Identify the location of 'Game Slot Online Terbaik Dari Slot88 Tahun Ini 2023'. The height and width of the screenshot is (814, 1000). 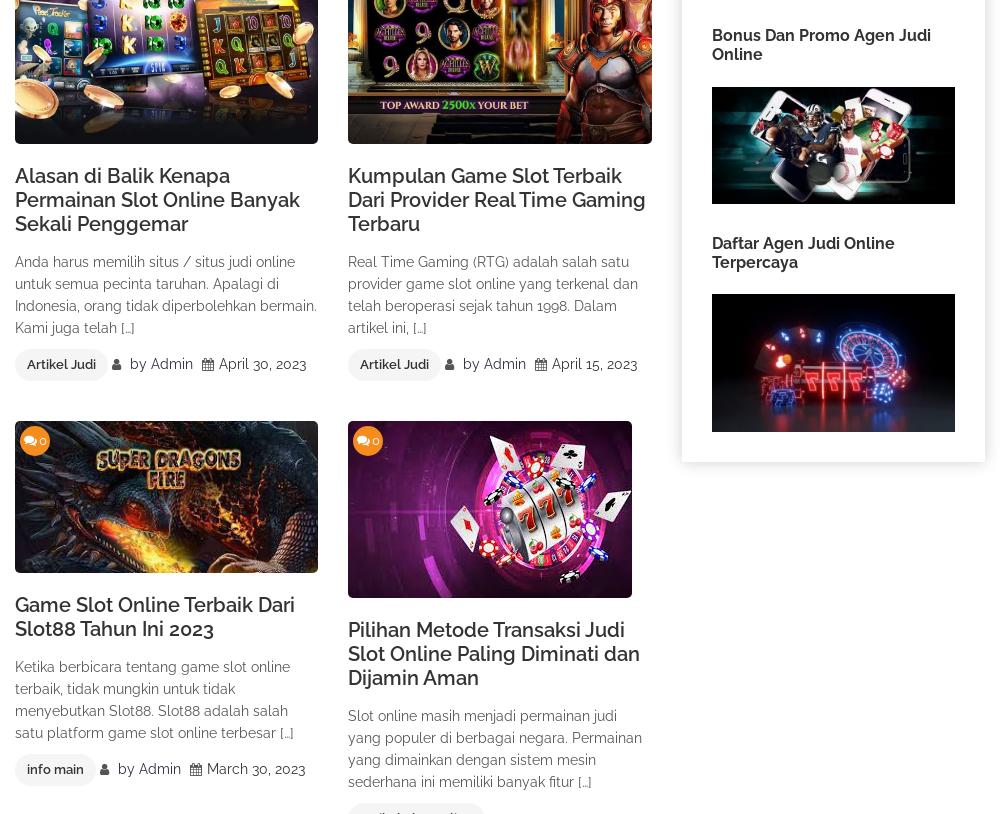
(155, 616).